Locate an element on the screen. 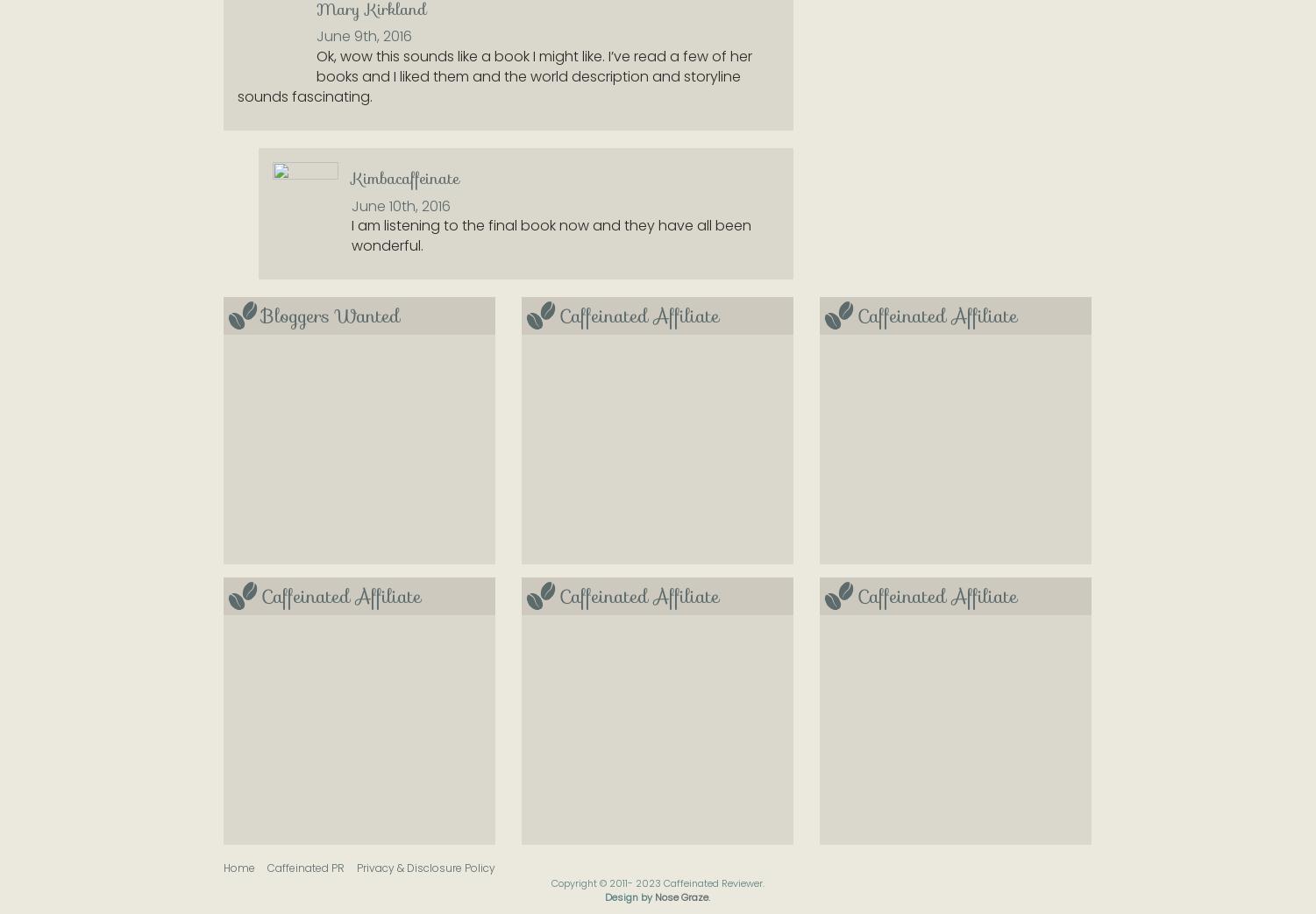 The image size is (1316, 914). 'Copyright © 2011- 2023 Caffeinated Reviewer.' is located at coordinates (657, 882).